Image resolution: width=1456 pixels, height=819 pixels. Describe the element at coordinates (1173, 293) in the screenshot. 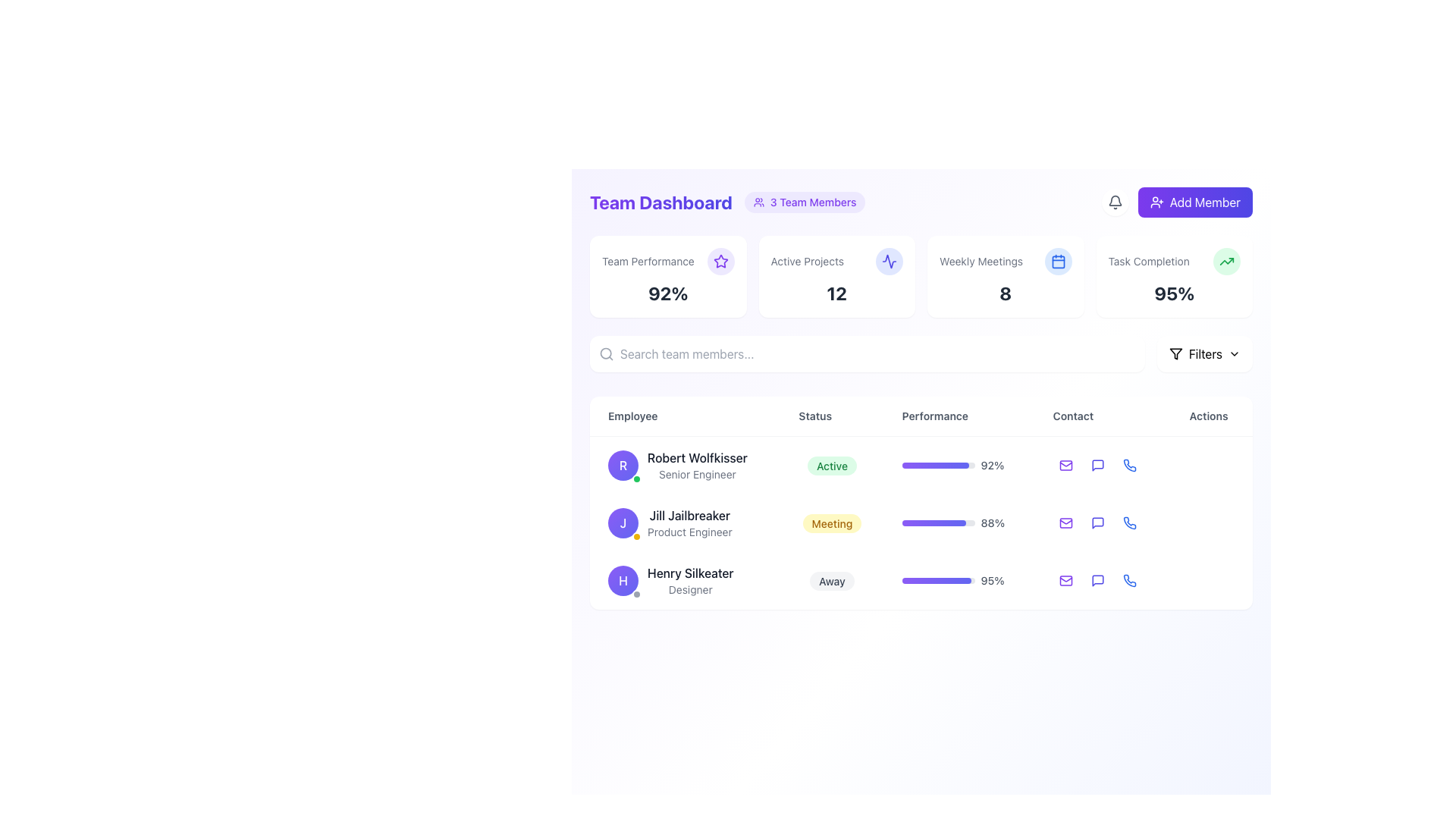

I see `the text label displaying '95%' in bold, black font, indicating task completion status` at that location.